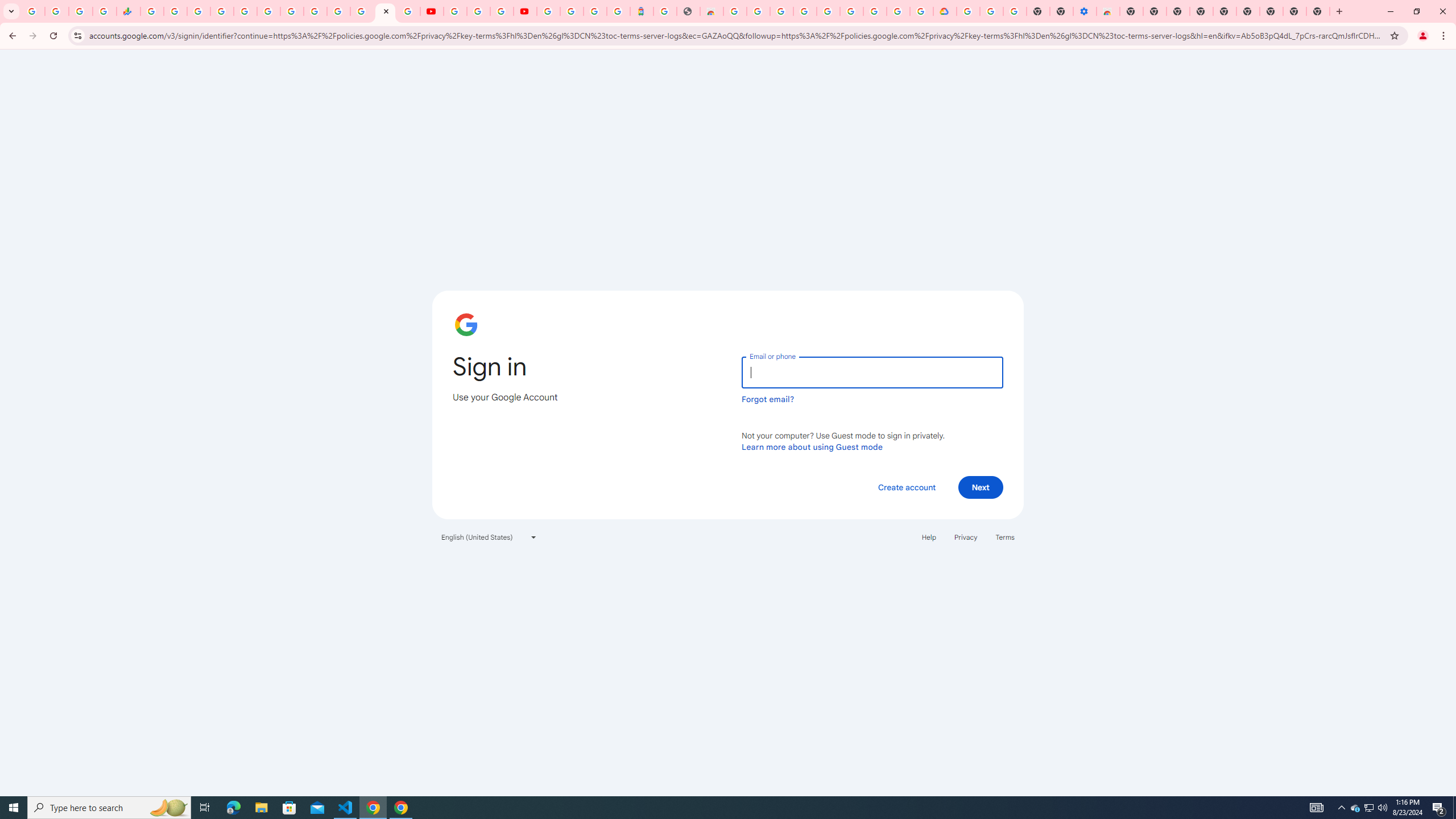 The width and height of the screenshot is (1456, 819). What do you see at coordinates (1004, 536) in the screenshot?
I see `'Terms'` at bounding box center [1004, 536].